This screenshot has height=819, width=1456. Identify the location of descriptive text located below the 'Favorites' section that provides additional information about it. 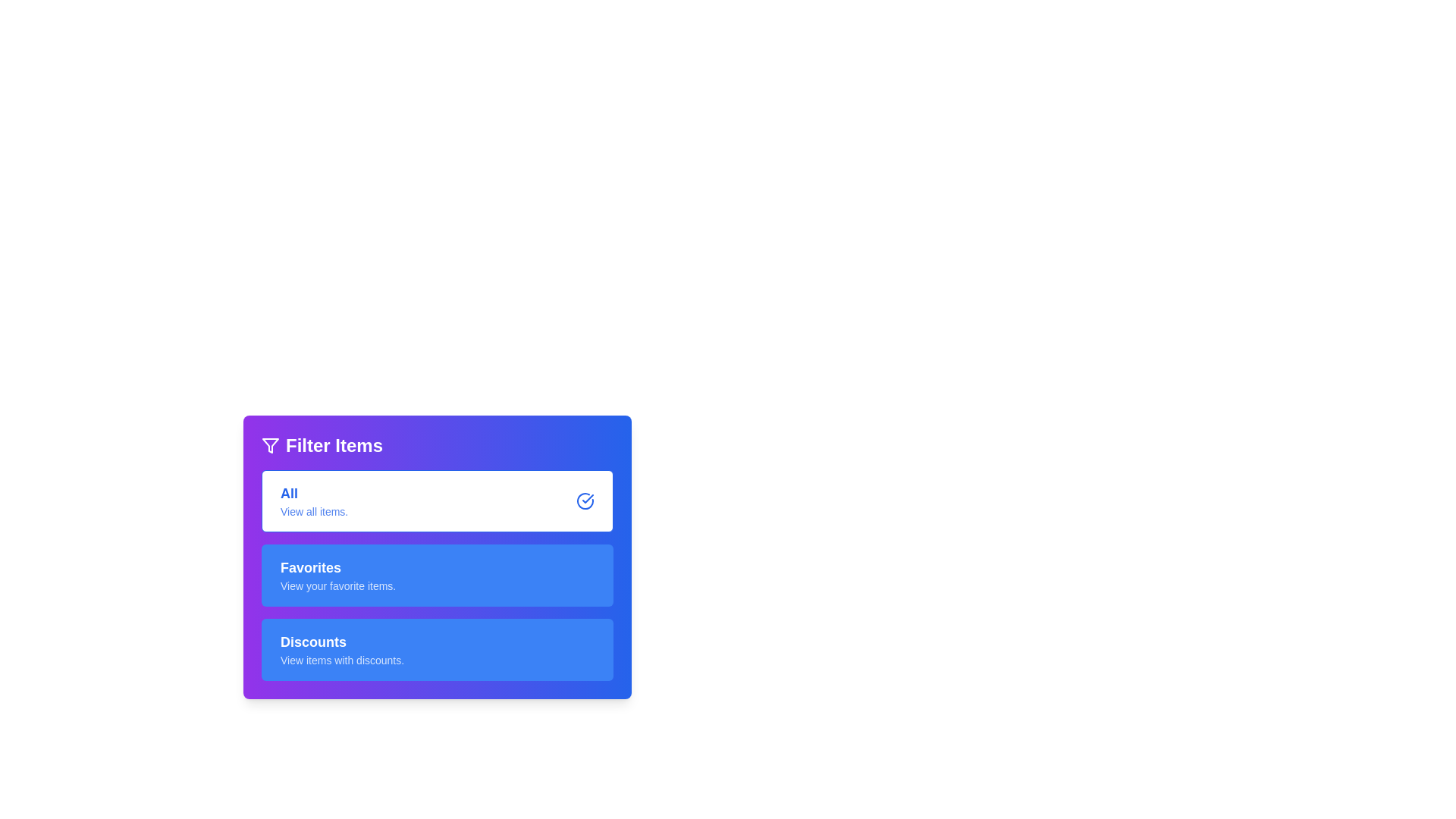
(337, 585).